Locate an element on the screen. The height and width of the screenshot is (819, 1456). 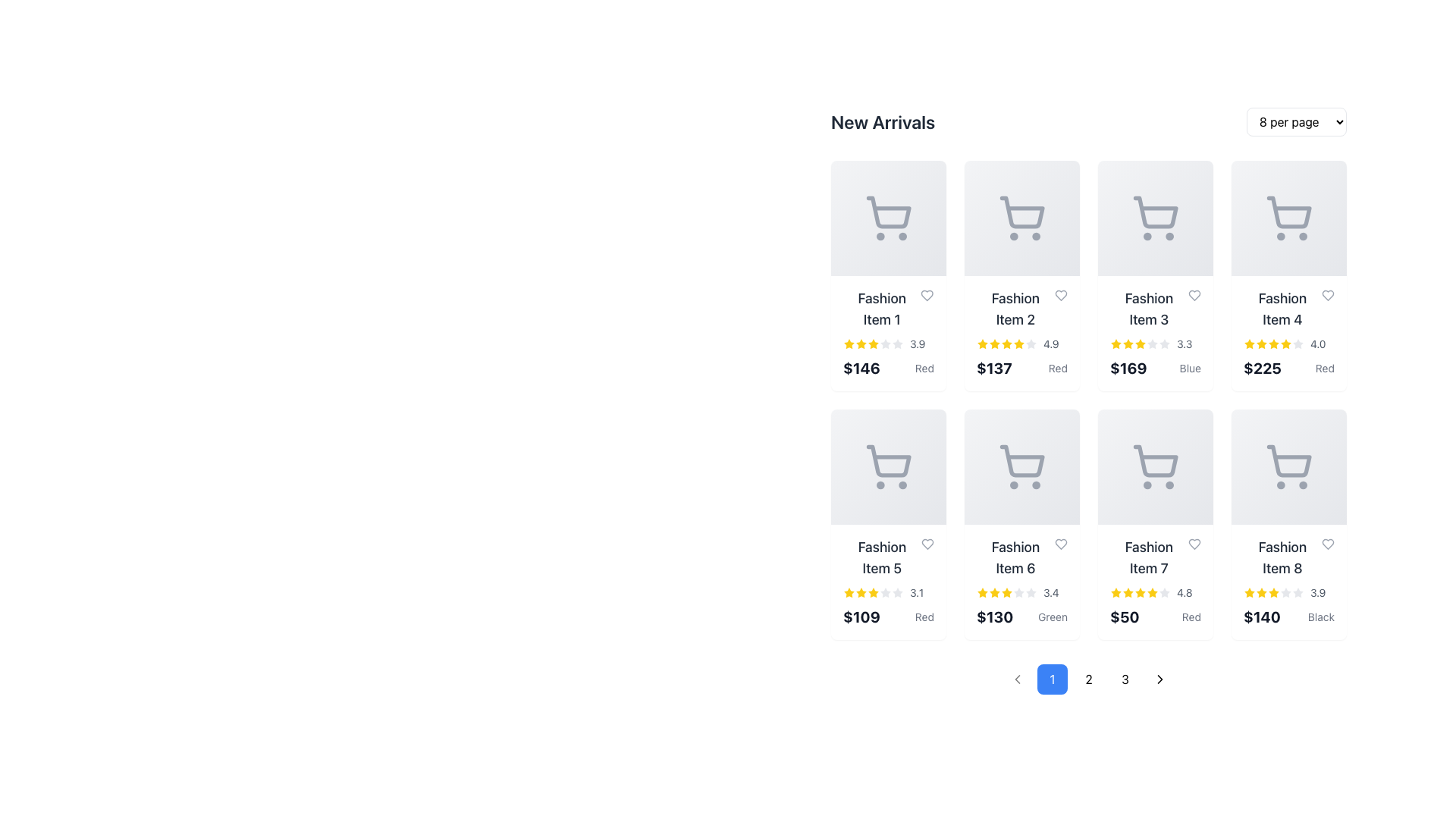
the circular pagination button labeled '2' for keyboard navigation, located beneath the product grid is located at coordinates (1087, 678).